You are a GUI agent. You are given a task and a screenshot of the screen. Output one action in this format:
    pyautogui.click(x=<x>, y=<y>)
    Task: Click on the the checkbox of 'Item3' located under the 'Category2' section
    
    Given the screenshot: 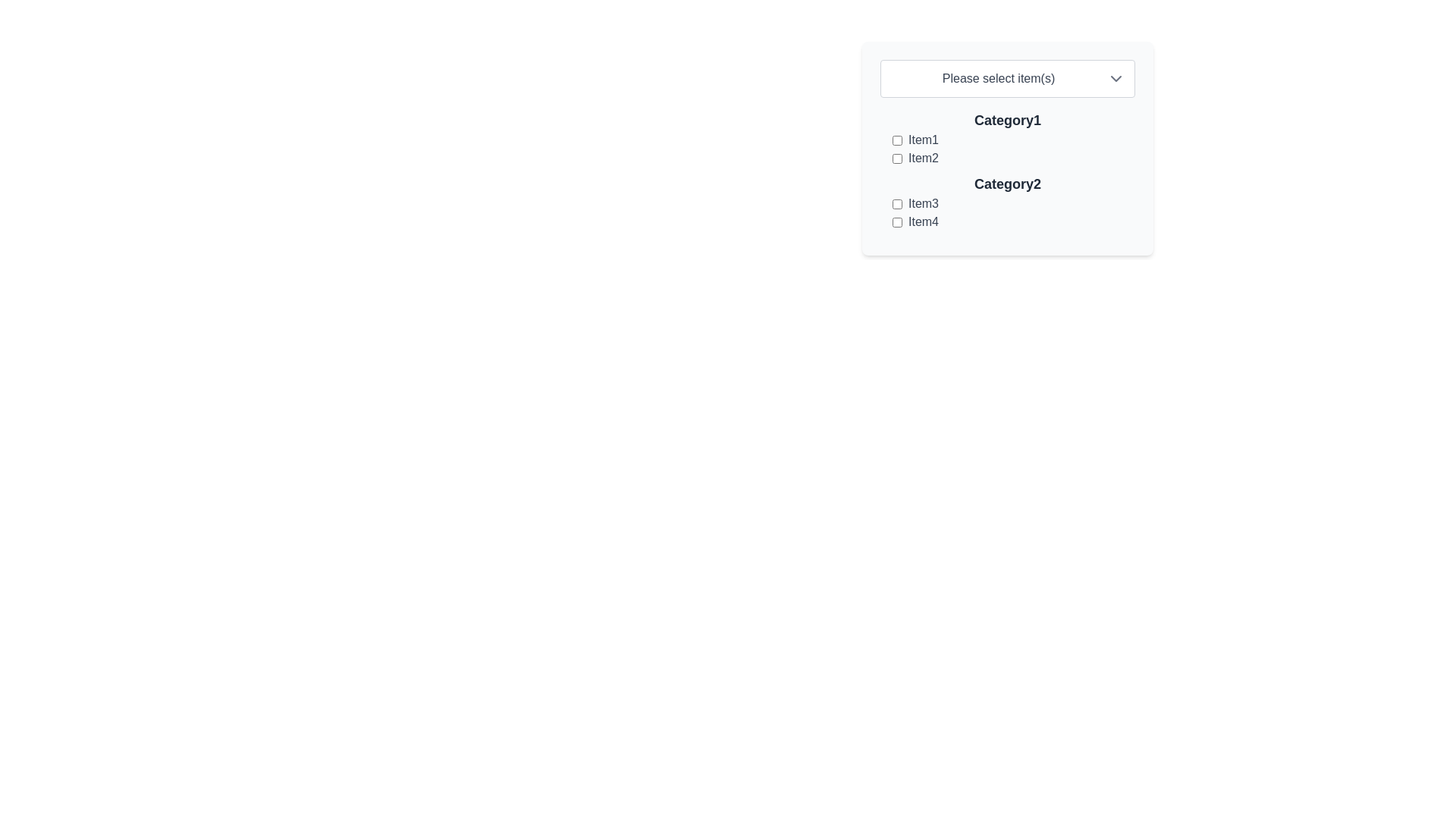 What is the action you would take?
    pyautogui.click(x=1008, y=213)
    